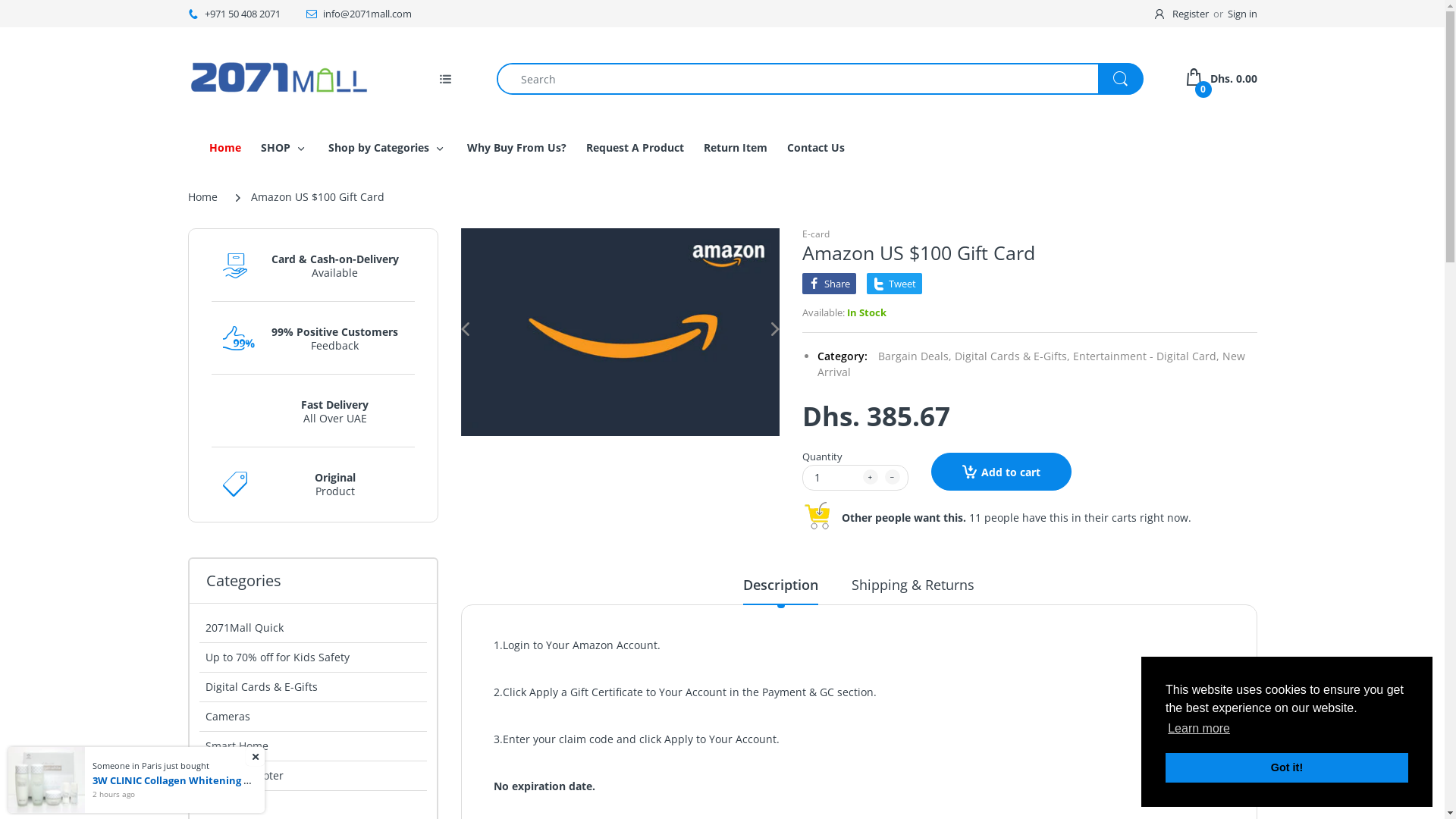 This screenshot has width=1456, height=819. I want to click on '0, so click(1222, 79).